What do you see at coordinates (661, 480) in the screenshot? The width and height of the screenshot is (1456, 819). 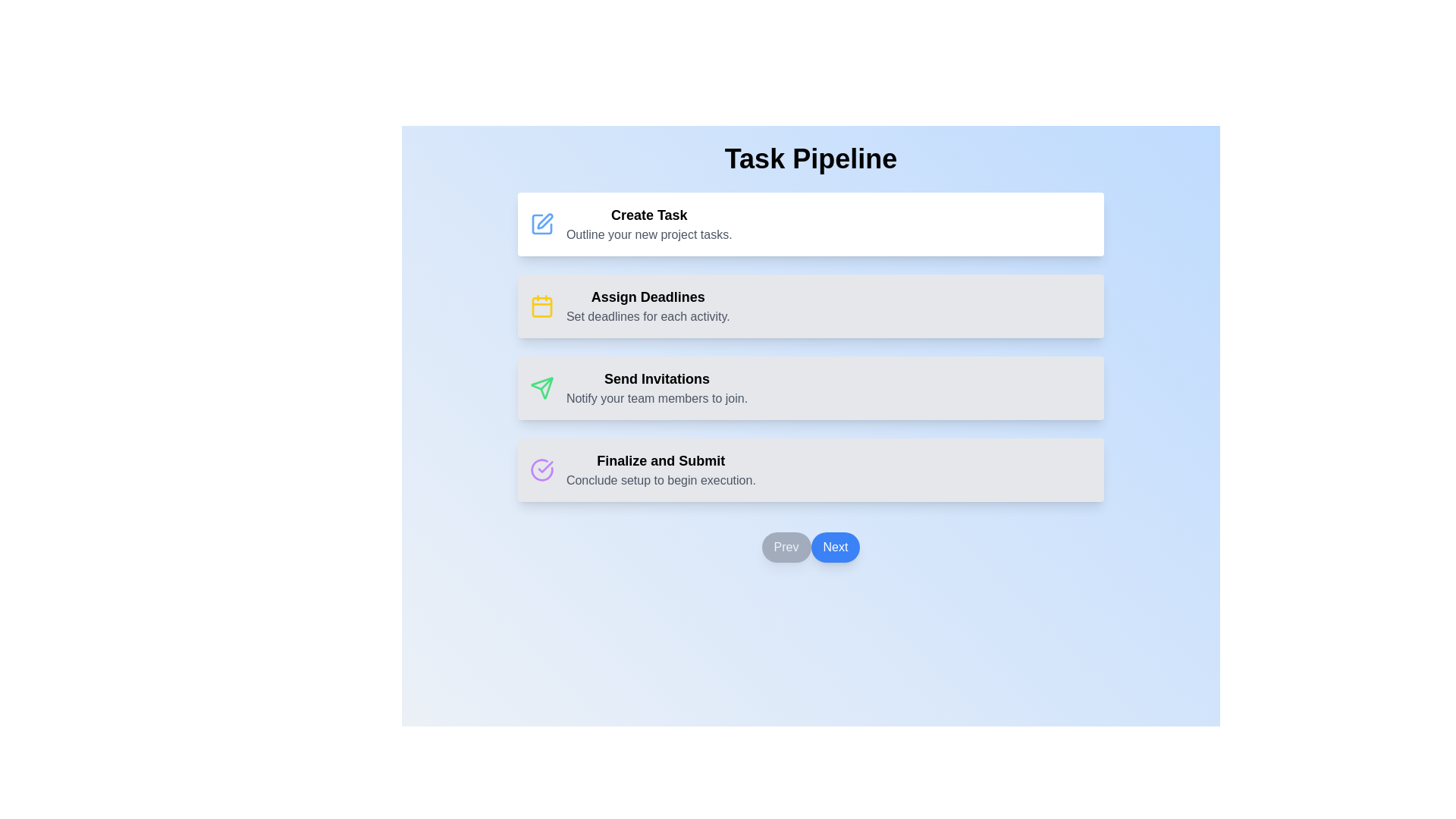 I see `the static text description that provides additional details related to the 'Finalize and Submit' task, located below the title in a soft rectangular box` at bounding box center [661, 480].